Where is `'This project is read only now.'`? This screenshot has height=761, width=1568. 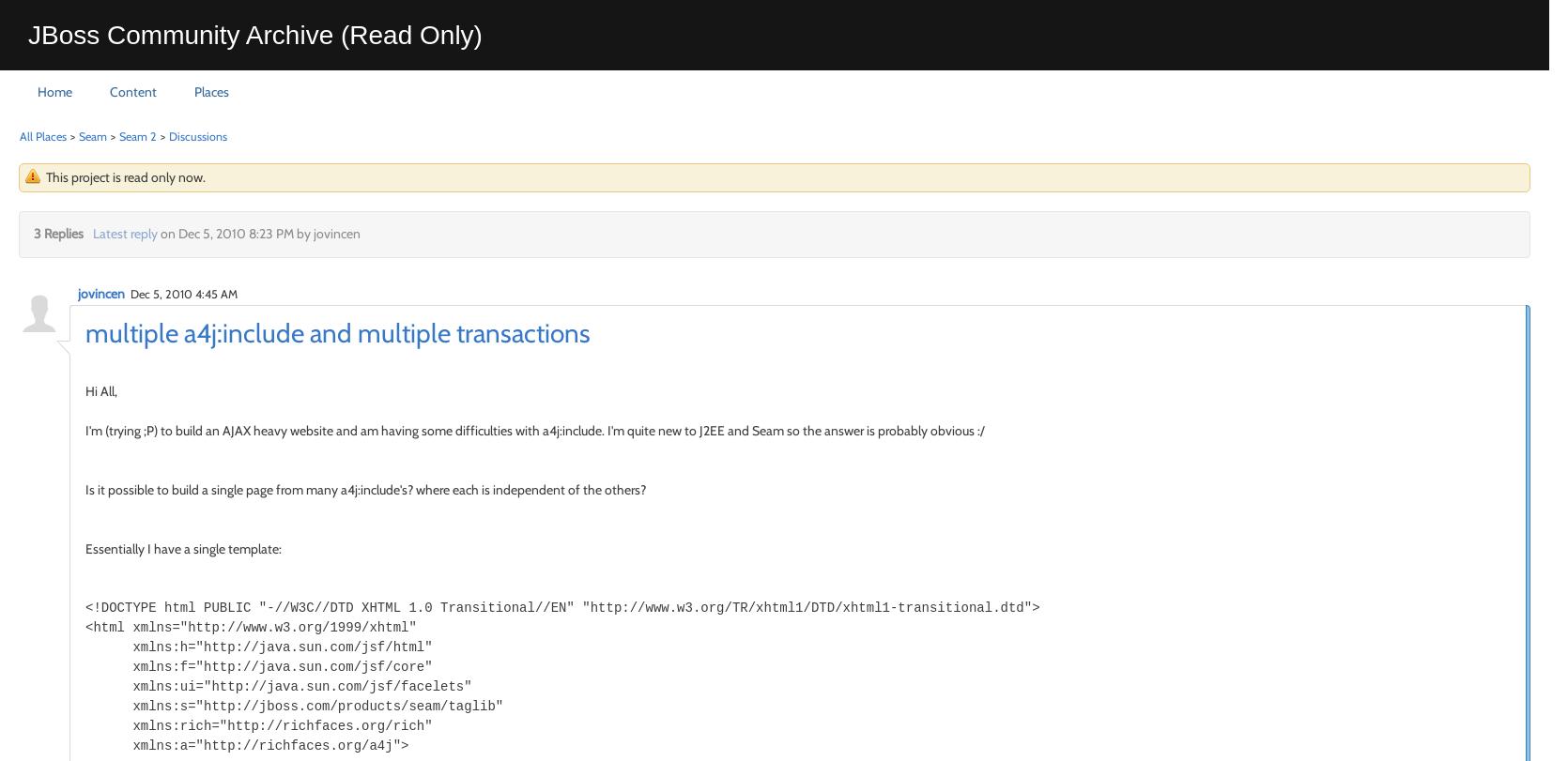 'This project is read only now.' is located at coordinates (124, 175).